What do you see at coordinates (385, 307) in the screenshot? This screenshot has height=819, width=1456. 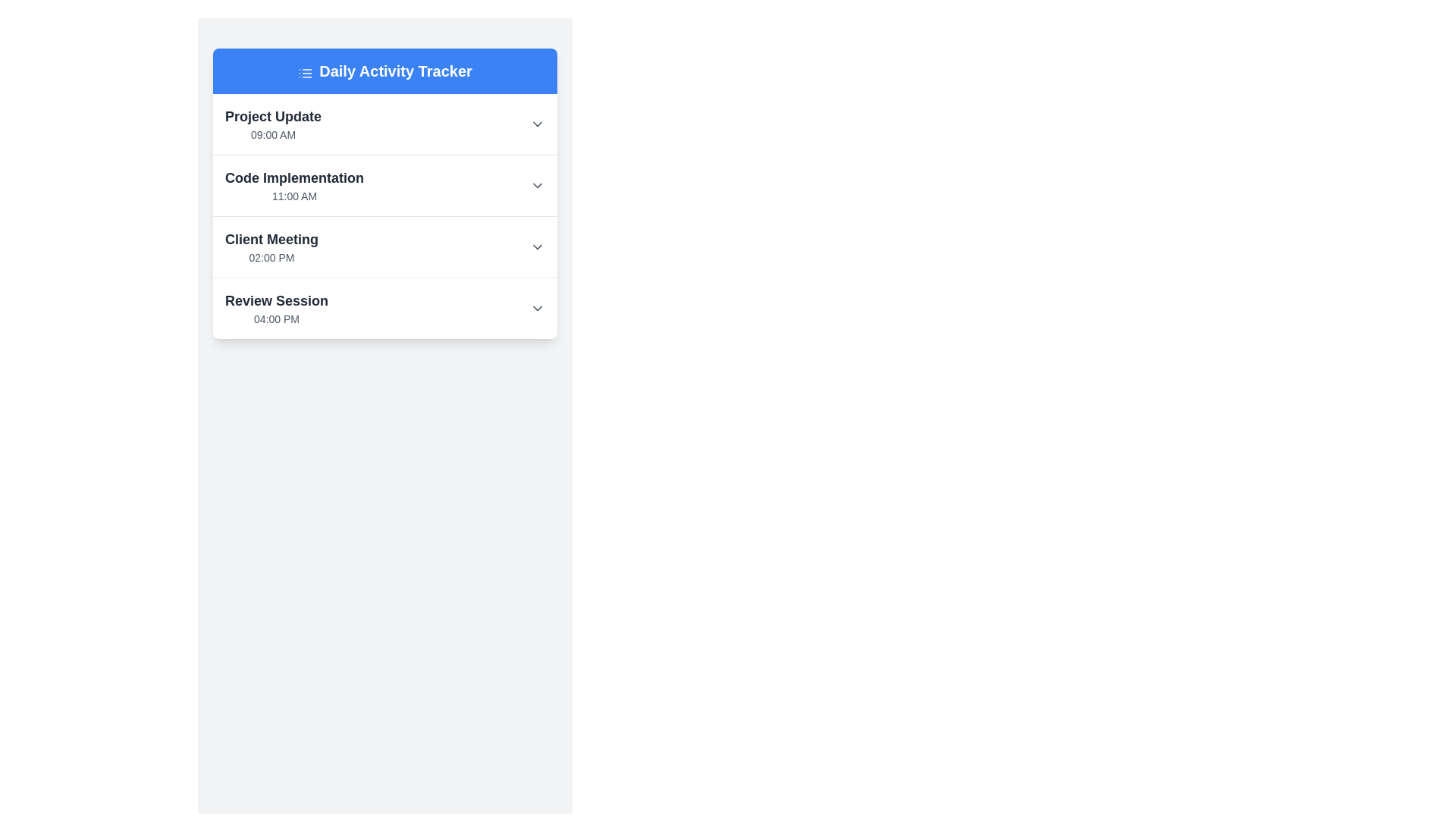 I see `the fourth list item titled 'Review Session' with time '04:00 PM'` at bounding box center [385, 307].